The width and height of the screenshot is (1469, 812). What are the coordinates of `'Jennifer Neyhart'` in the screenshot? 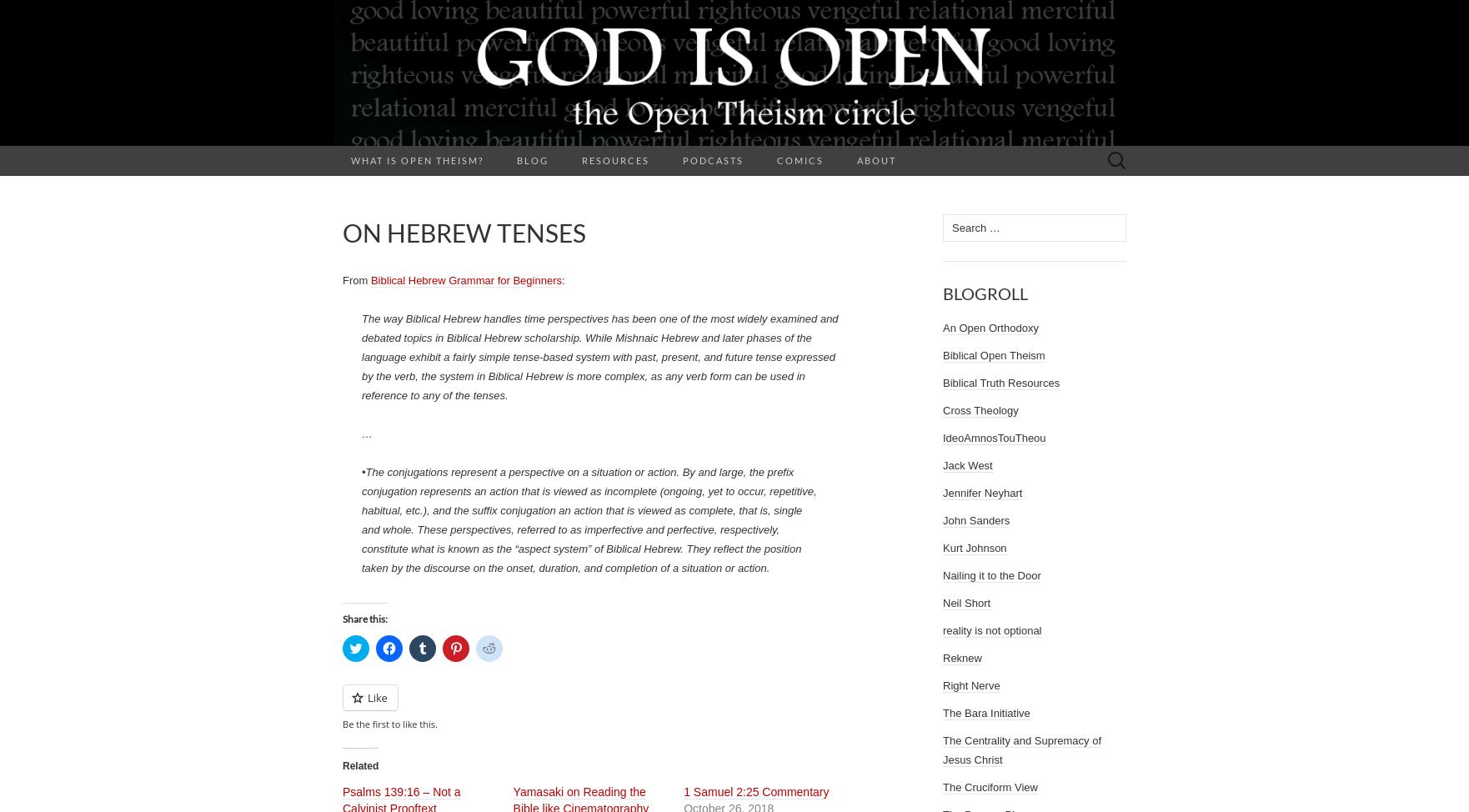 It's located at (982, 492).